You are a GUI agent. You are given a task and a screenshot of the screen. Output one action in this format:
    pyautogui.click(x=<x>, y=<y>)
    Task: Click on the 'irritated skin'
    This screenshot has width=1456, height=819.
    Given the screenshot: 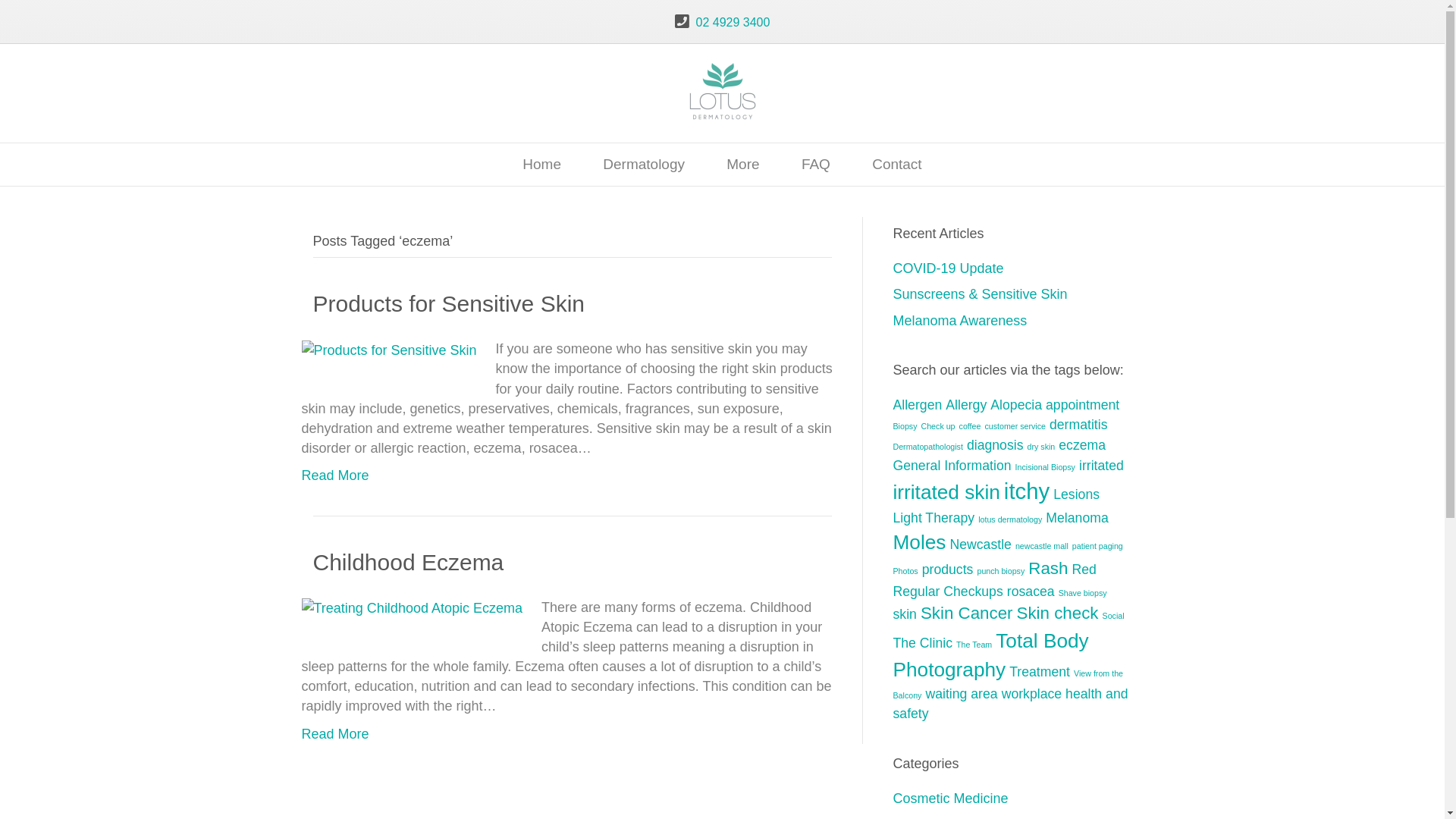 What is the action you would take?
    pyautogui.click(x=946, y=491)
    